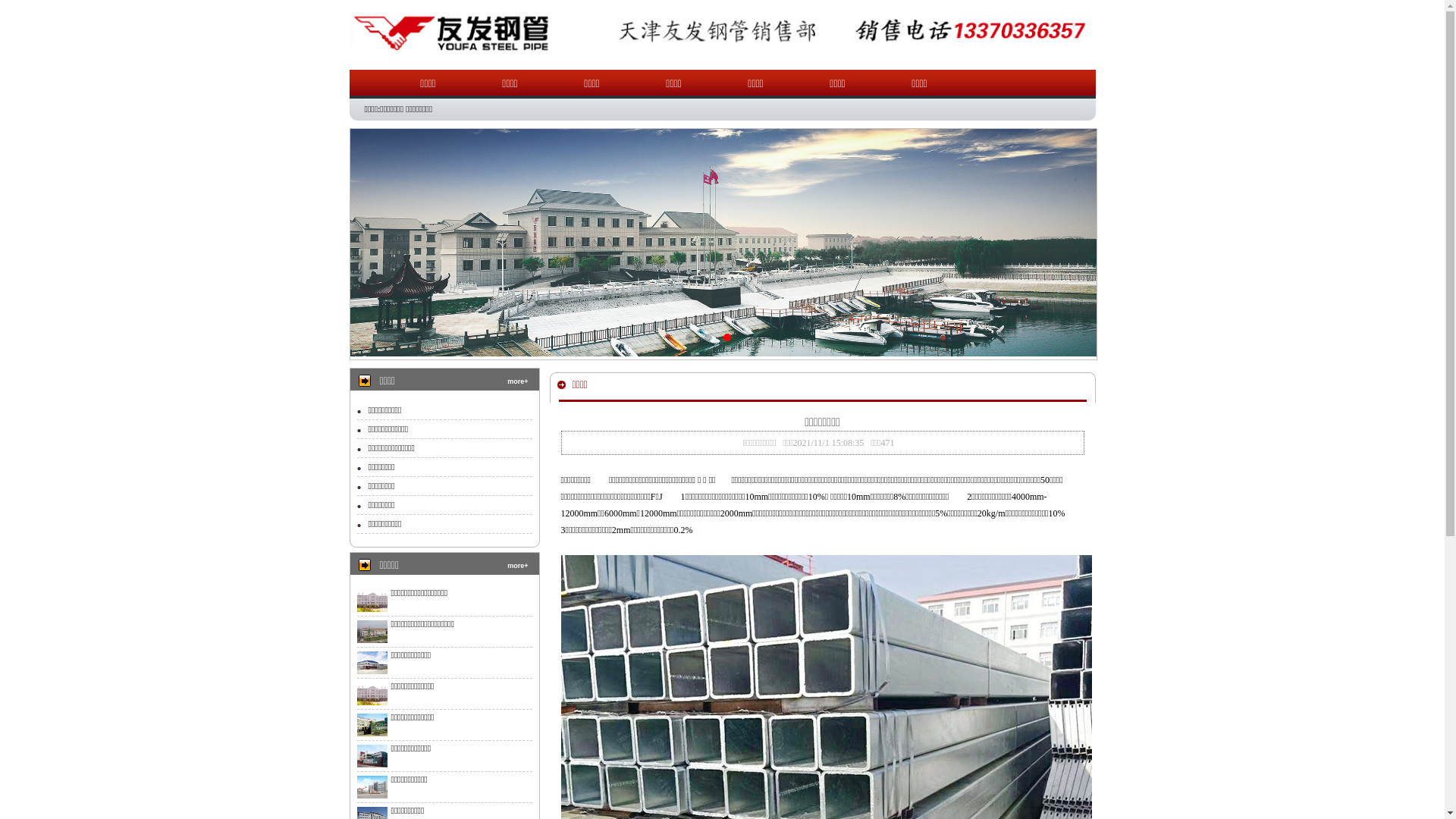 Image resolution: width=1456 pixels, height=819 pixels. Describe the element at coordinates (517, 380) in the screenshot. I see `'more+'` at that location.